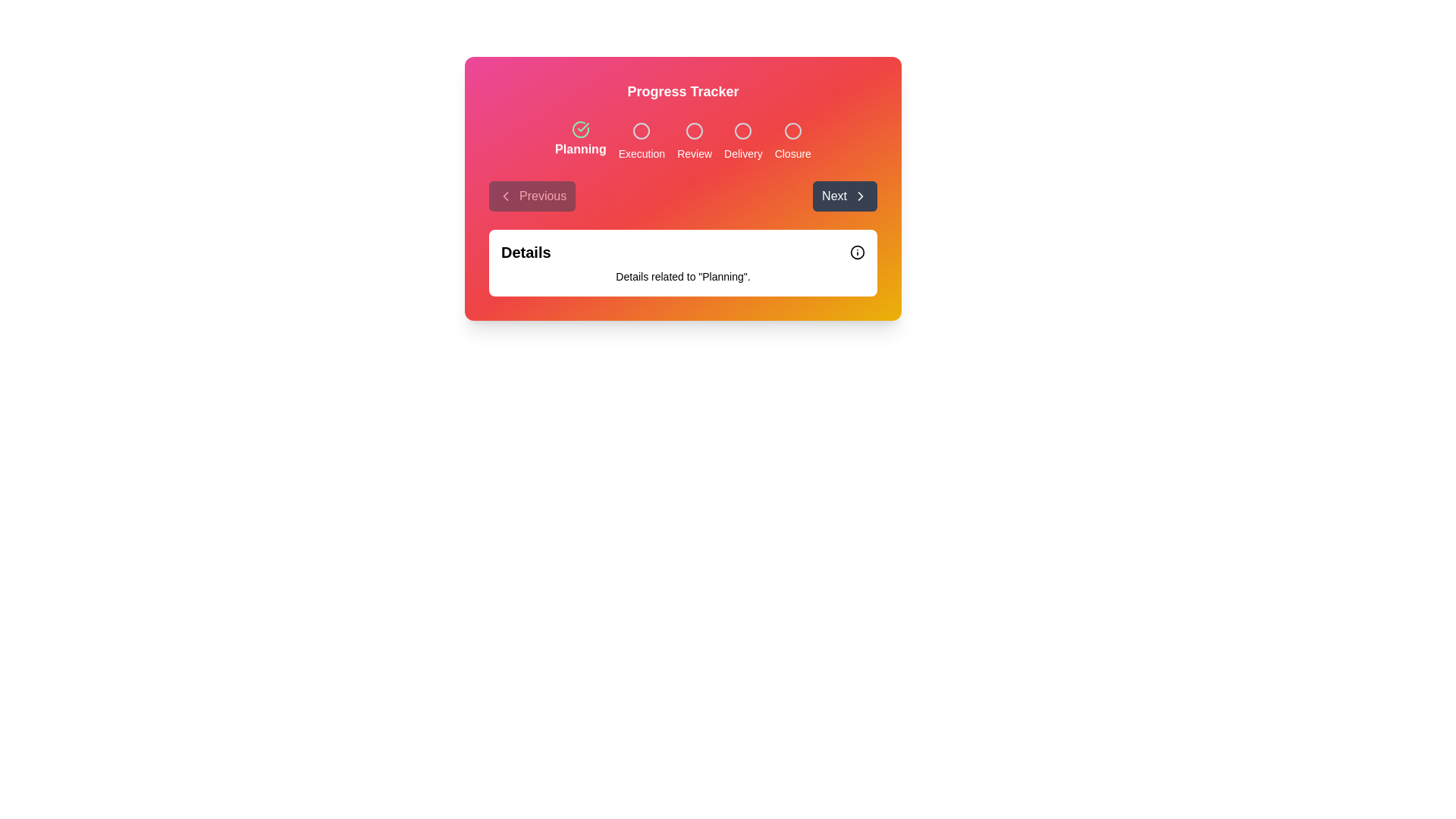 This screenshot has height=819, width=1456. What do you see at coordinates (526, 251) in the screenshot?
I see `the header or title label located at the top-left corner of a white rectangular section, which serves as the context for the information displayed below it` at bounding box center [526, 251].